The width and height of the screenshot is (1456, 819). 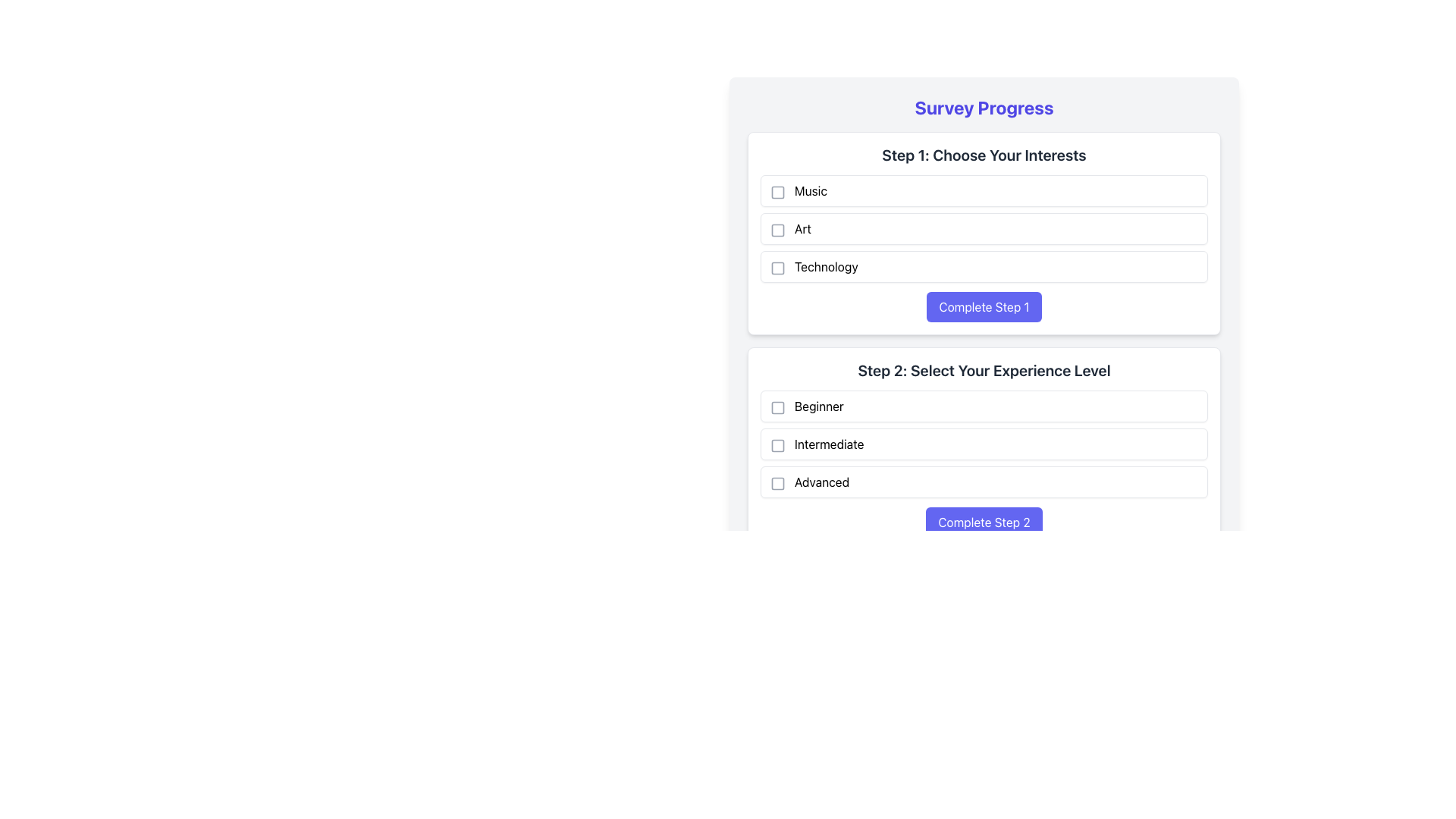 I want to click on the checkbox next to 'Art' in the Checkbox Group located within the 'Step 1: Choose Your Interests' section, so click(x=984, y=228).